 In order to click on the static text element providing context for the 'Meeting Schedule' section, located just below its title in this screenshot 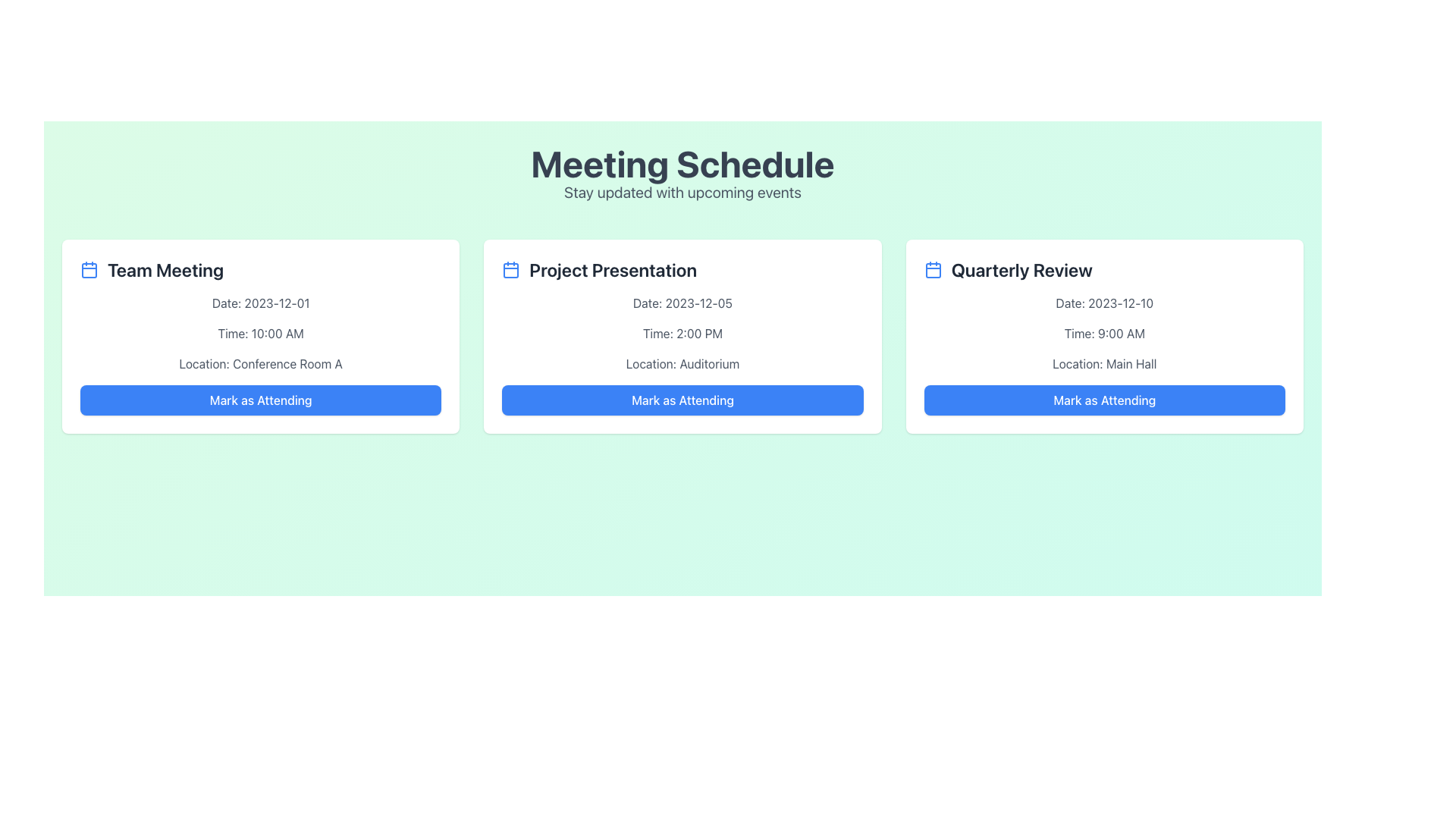, I will do `click(682, 192)`.